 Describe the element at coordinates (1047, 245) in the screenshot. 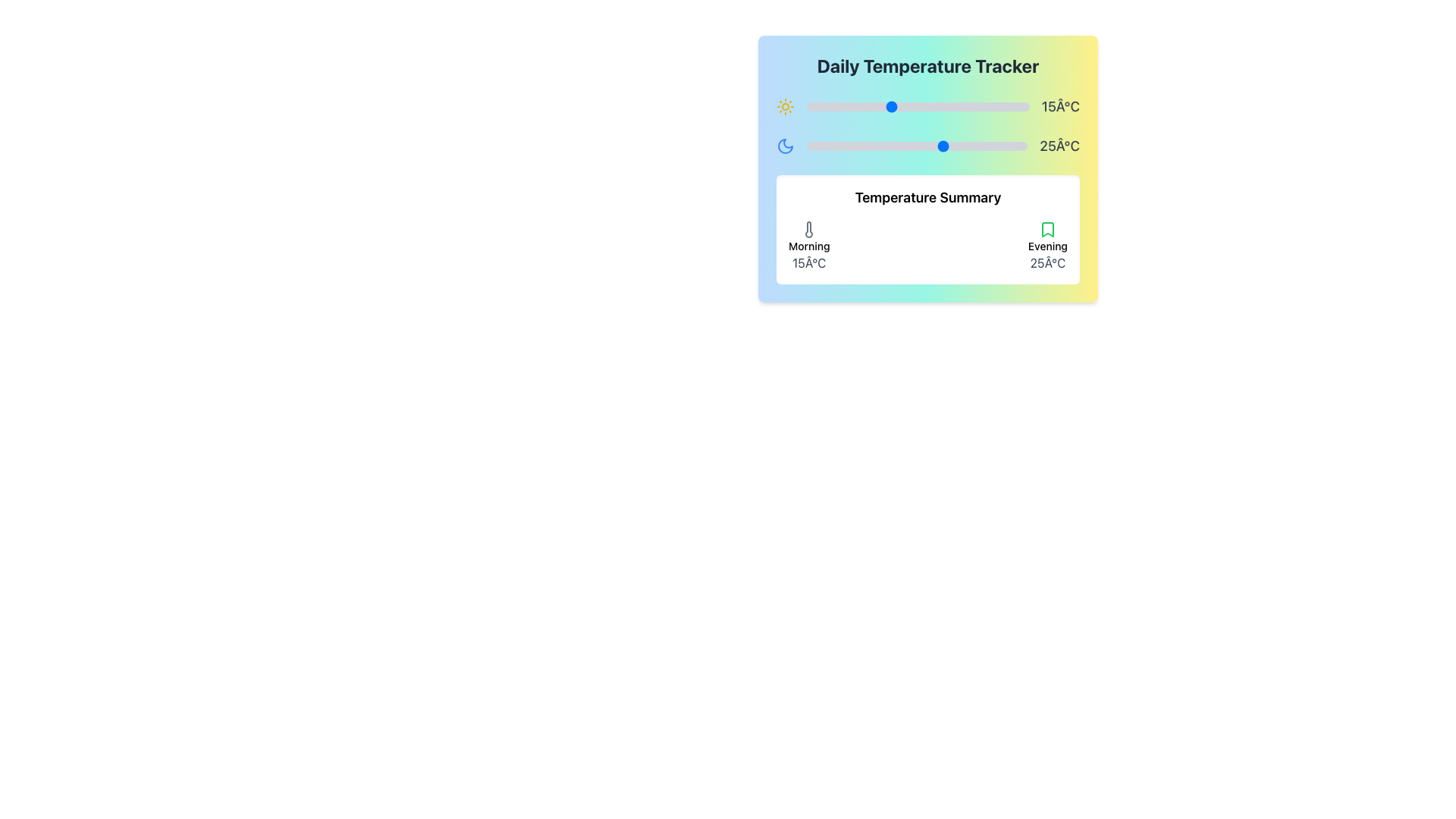

I see `the text label indicating the time of day in the 'Temperature Summary' section, which is centrally positioned above '25Â°C' and to the right of the green bookmark icon` at that location.